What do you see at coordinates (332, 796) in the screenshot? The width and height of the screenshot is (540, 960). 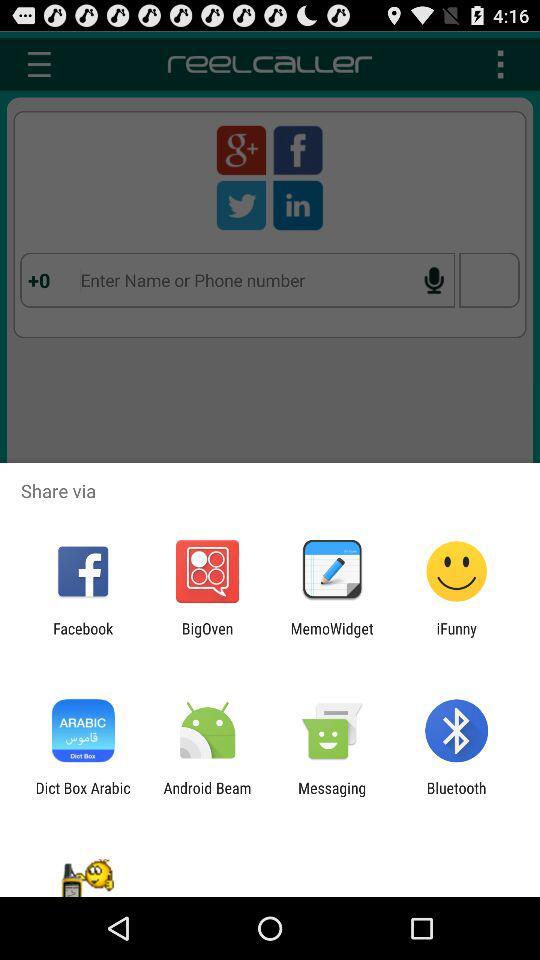 I see `the item to the right of the android beam` at bounding box center [332, 796].